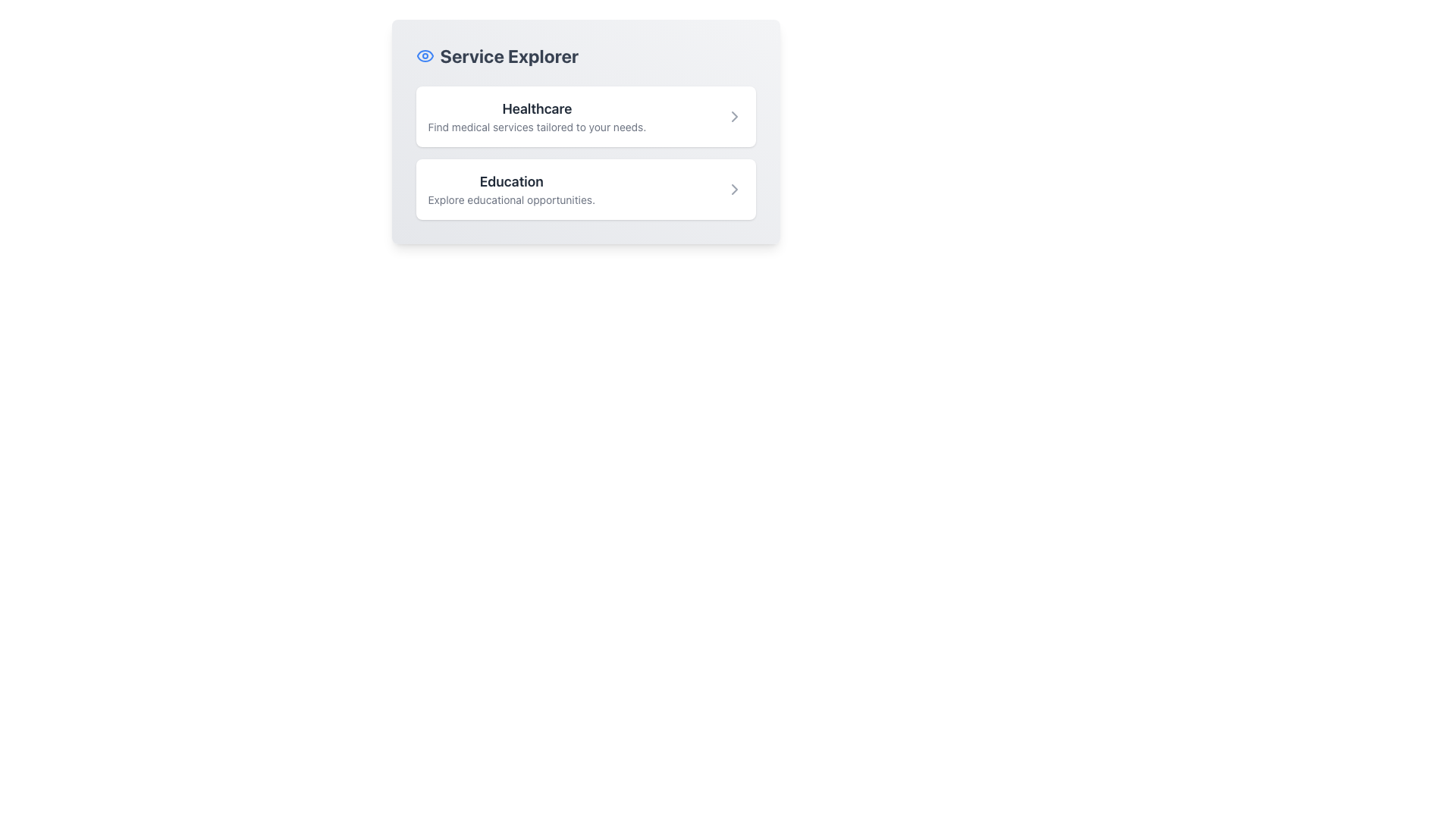 This screenshot has width=1456, height=819. What do you see at coordinates (537, 116) in the screenshot?
I see `textual information block about healthcare services located at the center of the first service card in the 'Service Explorer' section` at bounding box center [537, 116].